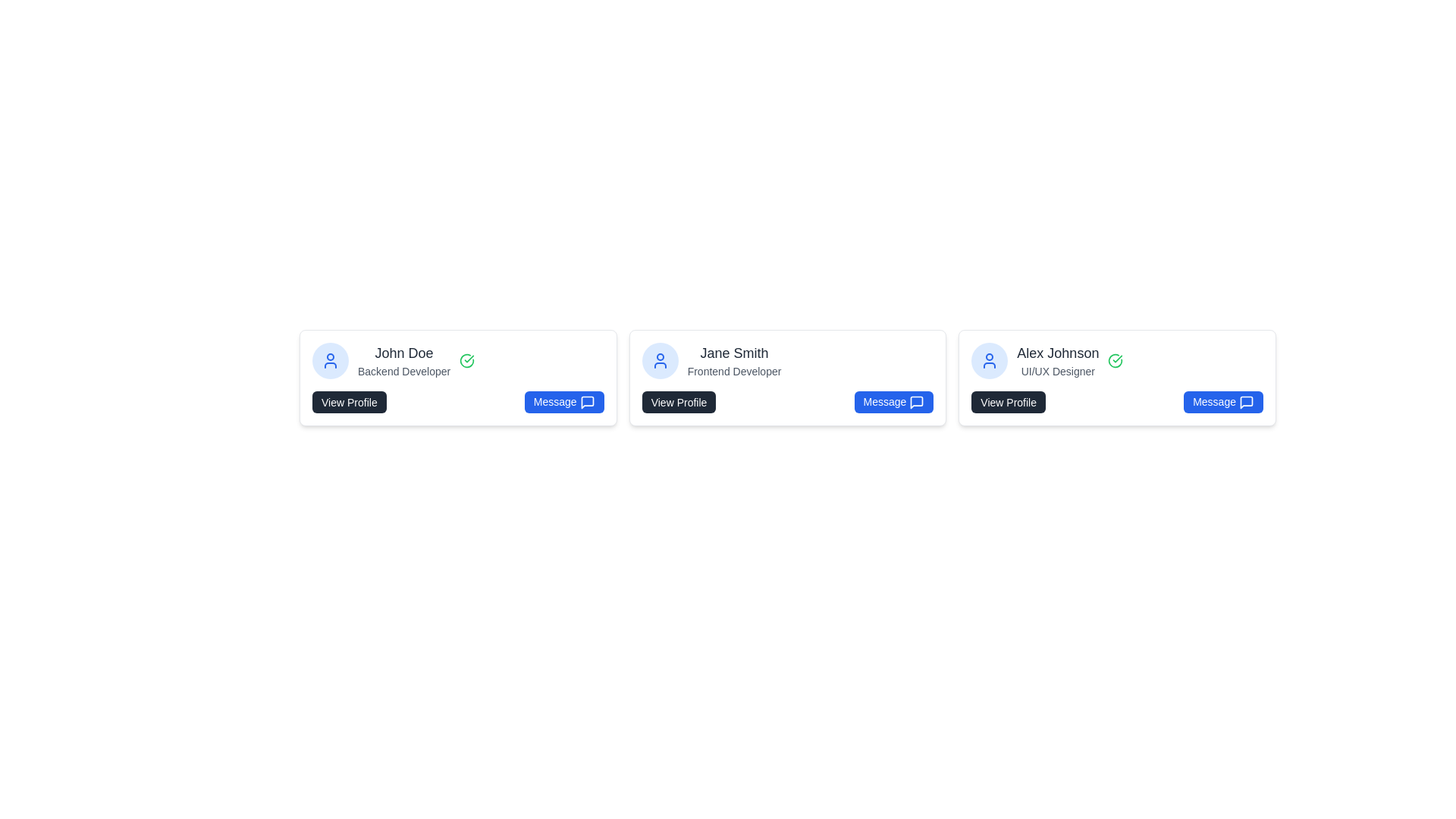  What do you see at coordinates (893, 401) in the screenshot?
I see `the 'Message' button, which is a rounded rectangle with a blue background and white text, to initiate a message` at bounding box center [893, 401].